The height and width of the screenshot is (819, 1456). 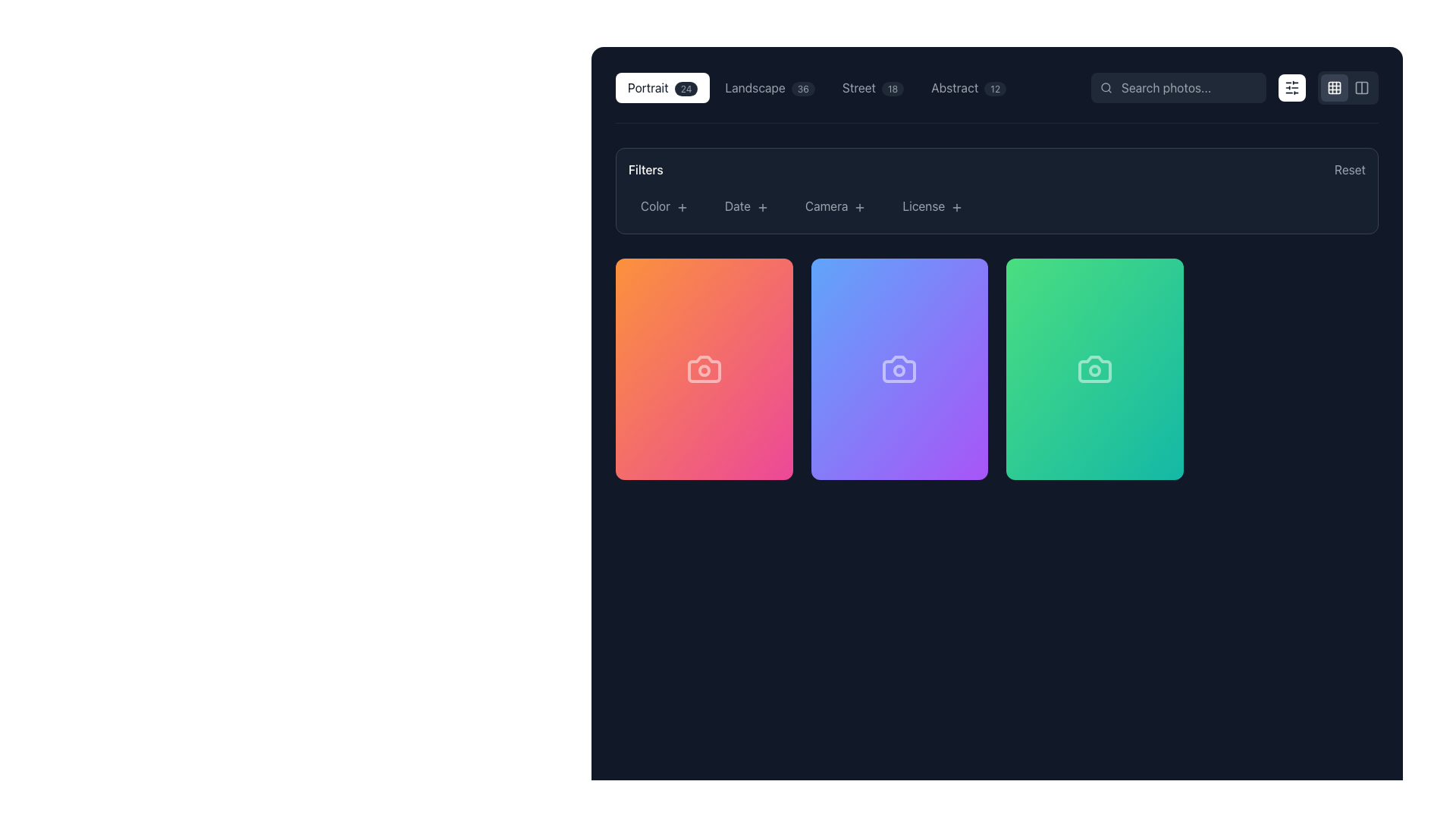 I want to click on the Icon button located immediately to the right of the 'Camera' text in the filters bar, so click(x=860, y=207).